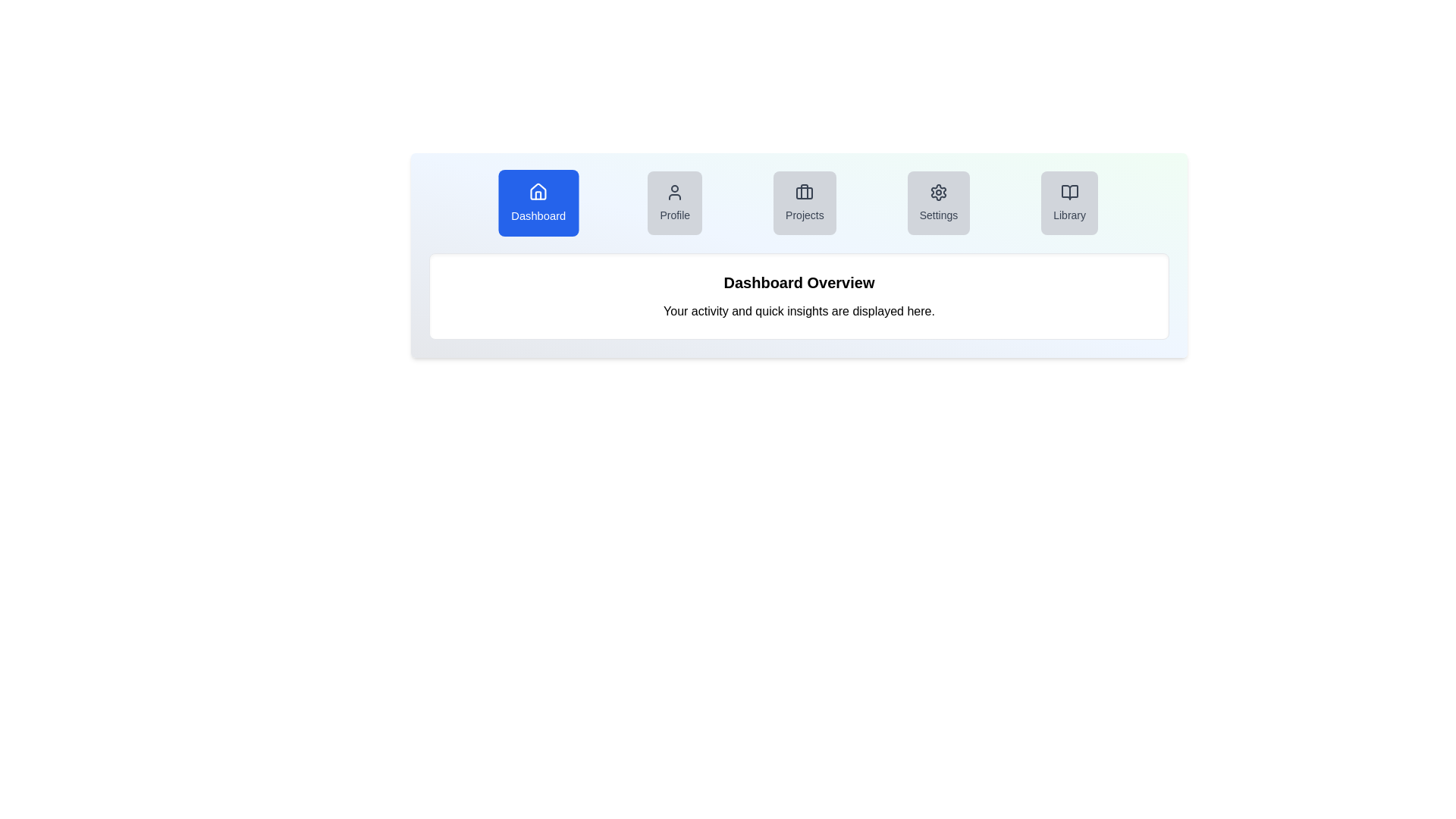  Describe the element at coordinates (799, 311) in the screenshot. I see `the text label that contains the phrase 'Your activity and quick insights are displayed here.' which is located directly below the 'Dashboard Overview' heading` at that location.